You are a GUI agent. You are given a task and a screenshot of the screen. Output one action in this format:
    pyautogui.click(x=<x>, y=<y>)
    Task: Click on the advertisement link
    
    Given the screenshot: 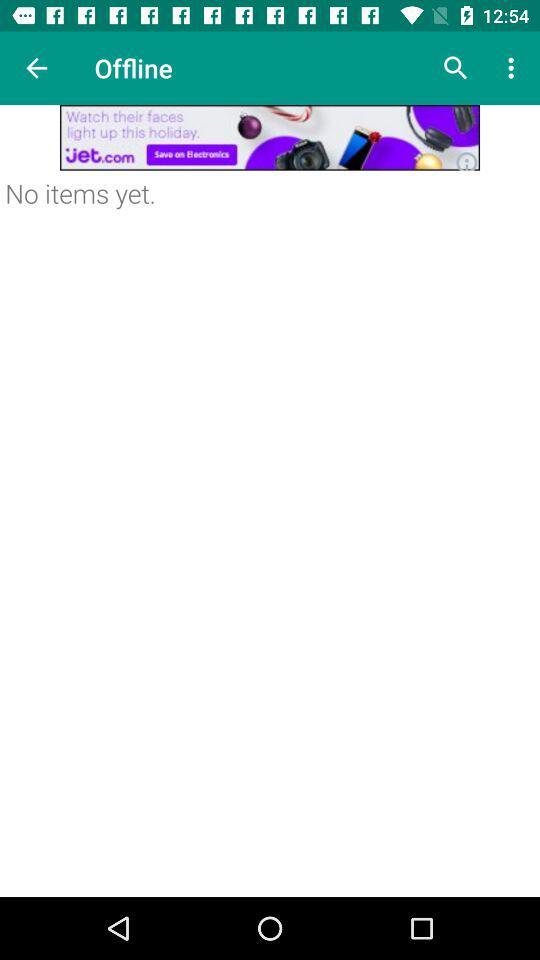 What is the action you would take?
    pyautogui.click(x=270, y=136)
    